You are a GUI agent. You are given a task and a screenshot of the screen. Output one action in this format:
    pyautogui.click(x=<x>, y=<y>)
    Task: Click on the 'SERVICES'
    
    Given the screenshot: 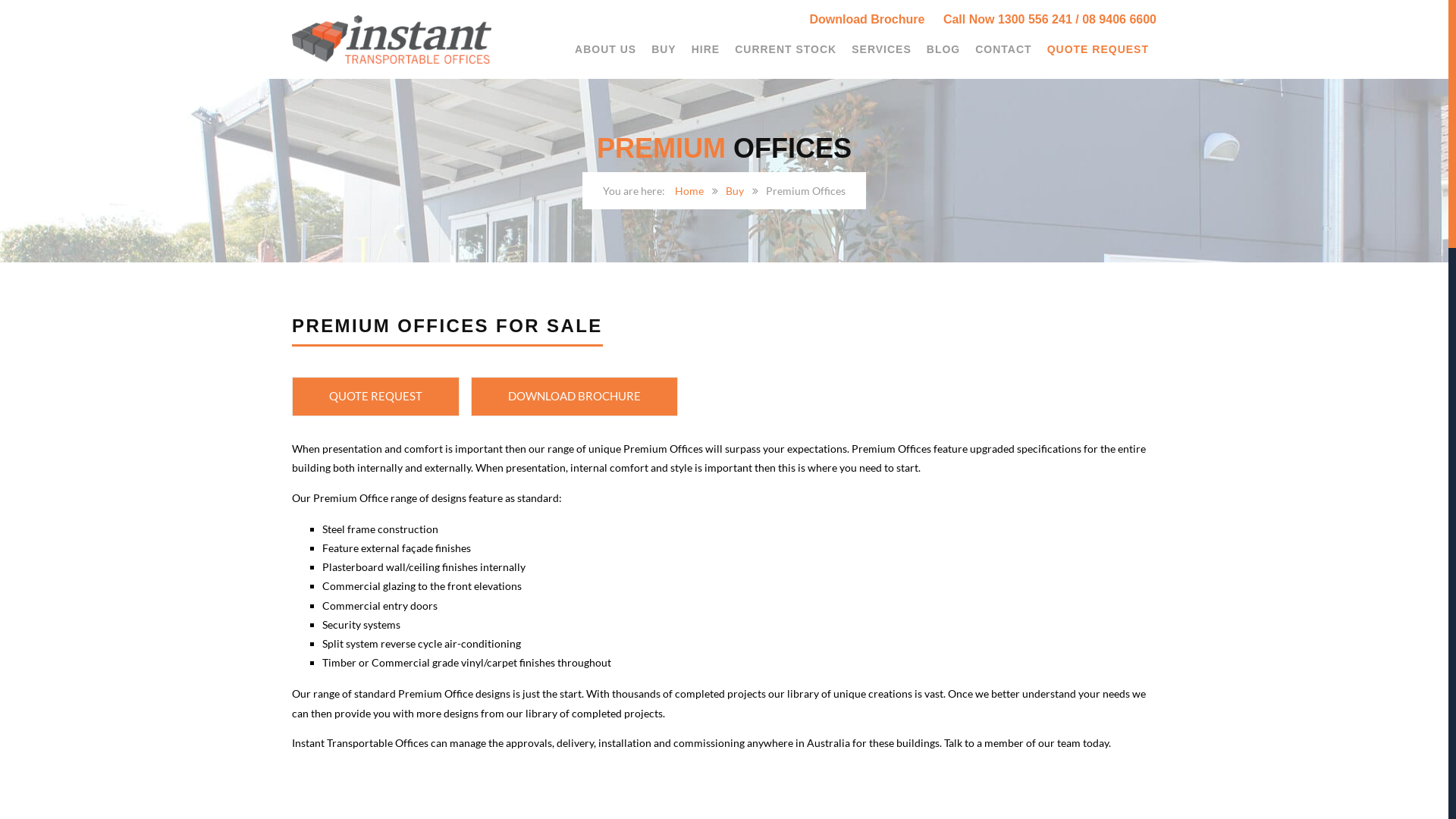 What is the action you would take?
    pyautogui.click(x=881, y=49)
    